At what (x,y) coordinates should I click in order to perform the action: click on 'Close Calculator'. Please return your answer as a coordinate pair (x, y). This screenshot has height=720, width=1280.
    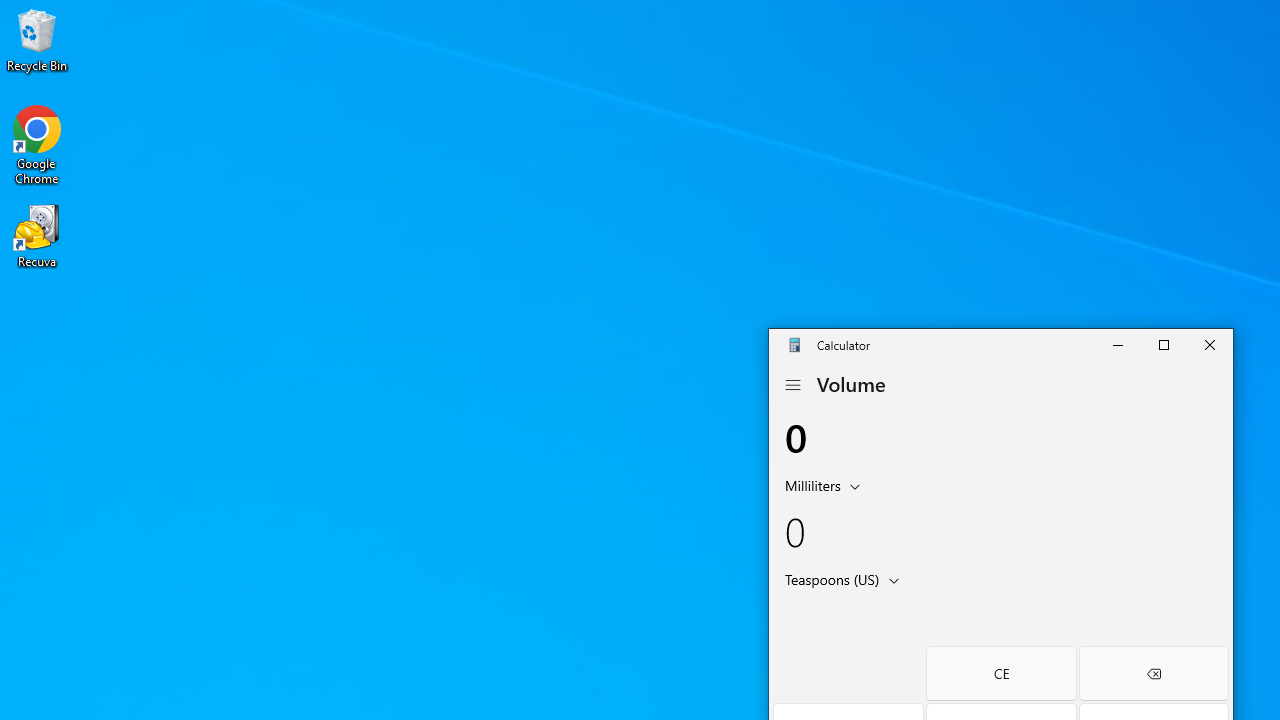
    Looking at the image, I should click on (1208, 343).